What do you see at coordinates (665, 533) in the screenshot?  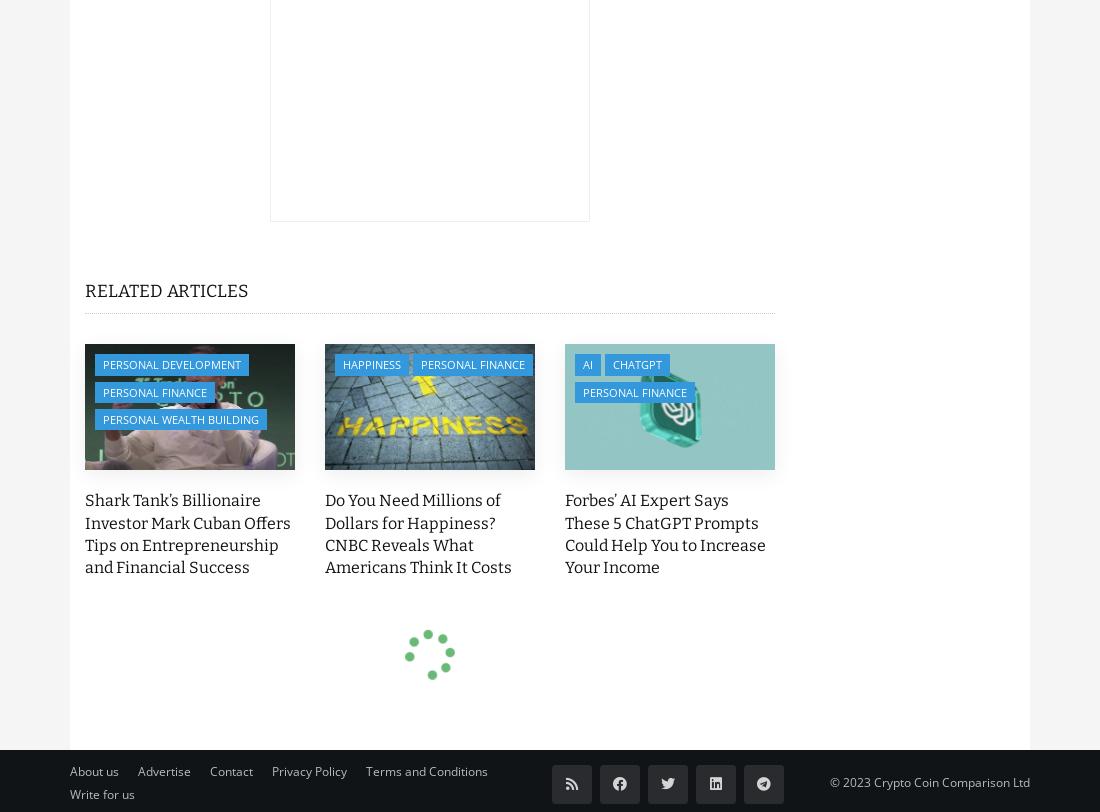 I see `'Forbes’ AI Expert Says These 5 ChatGPT Prompts Could Help You to Increase Your Income'` at bounding box center [665, 533].